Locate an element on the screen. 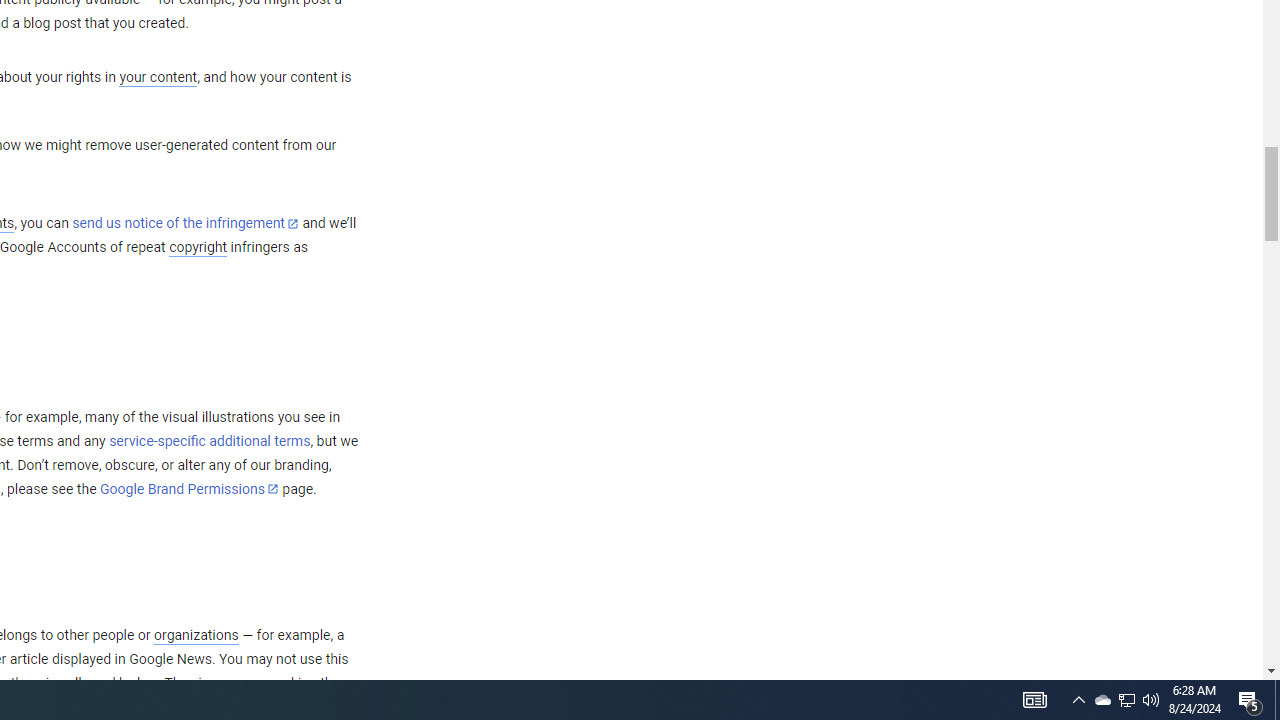  'organizations' is located at coordinates (196, 635).